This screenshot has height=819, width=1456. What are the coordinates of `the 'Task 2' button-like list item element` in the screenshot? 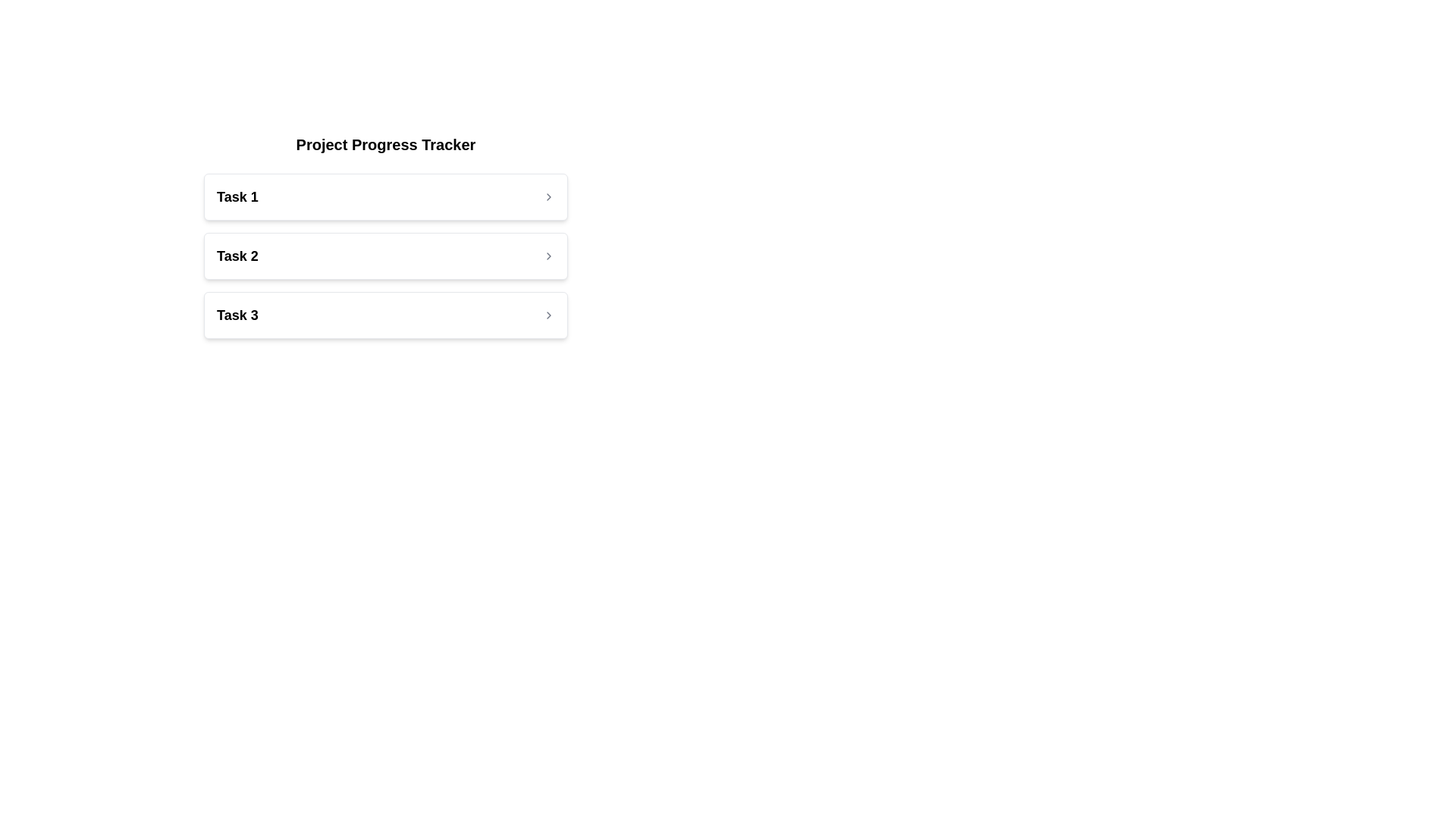 It's located at (385, 256).